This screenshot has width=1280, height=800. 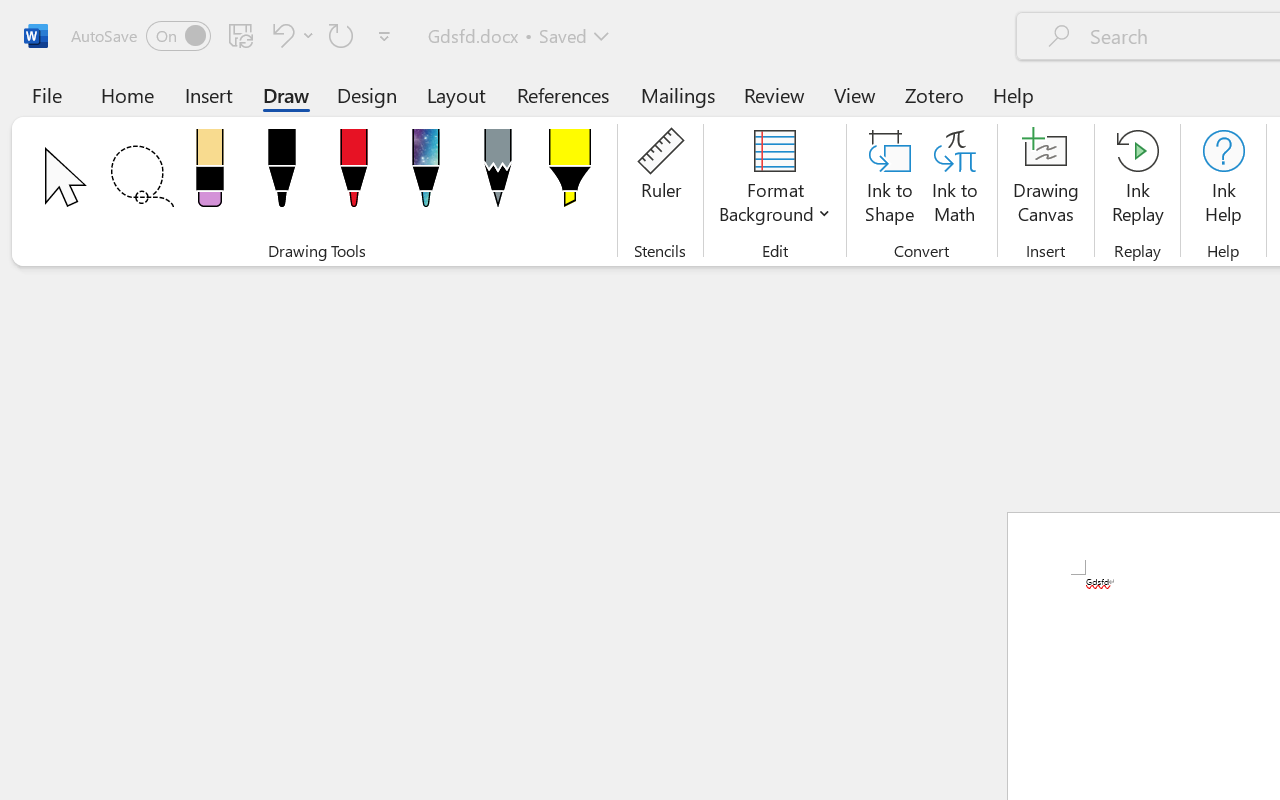 What do you see at coordinates (889, 179) in the screenshot?
I see `'Ink to Shape'` at bounding box center [889, 179].